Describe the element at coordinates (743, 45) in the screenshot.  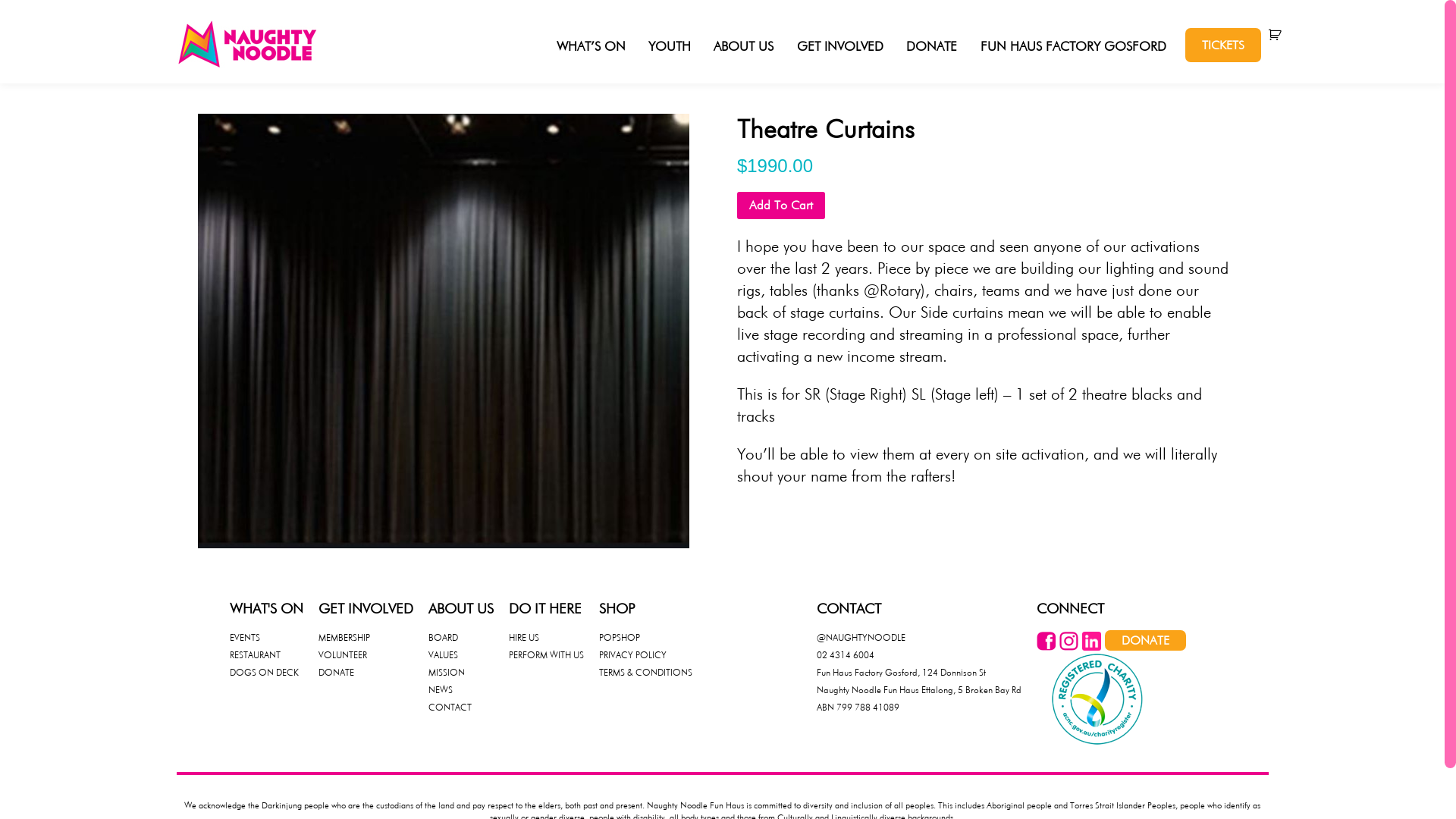
I see `'ABOUT US'` at that location.